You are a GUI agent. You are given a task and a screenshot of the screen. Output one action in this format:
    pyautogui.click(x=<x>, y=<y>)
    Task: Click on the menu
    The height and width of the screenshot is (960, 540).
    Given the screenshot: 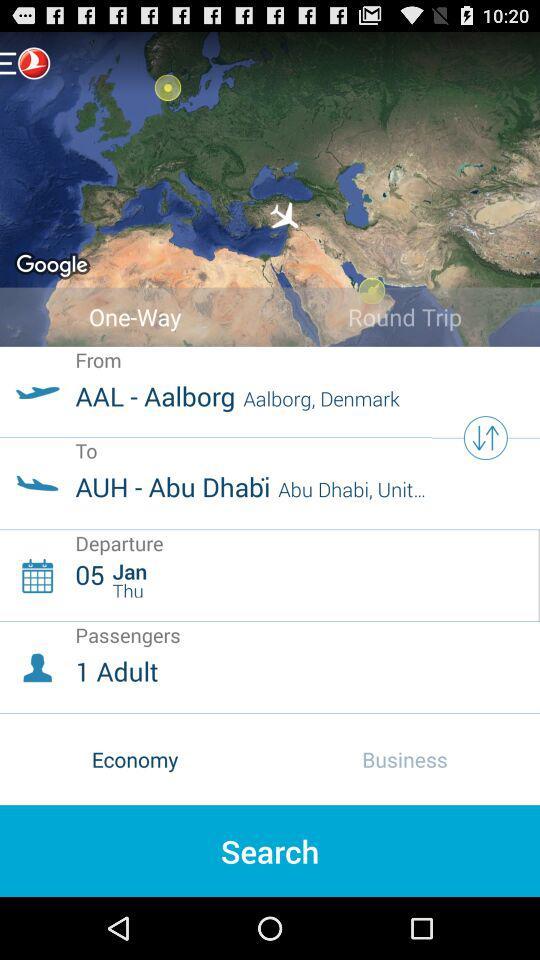 What is the action you would take?
    pyautogui.click(x=24, y=62)
    